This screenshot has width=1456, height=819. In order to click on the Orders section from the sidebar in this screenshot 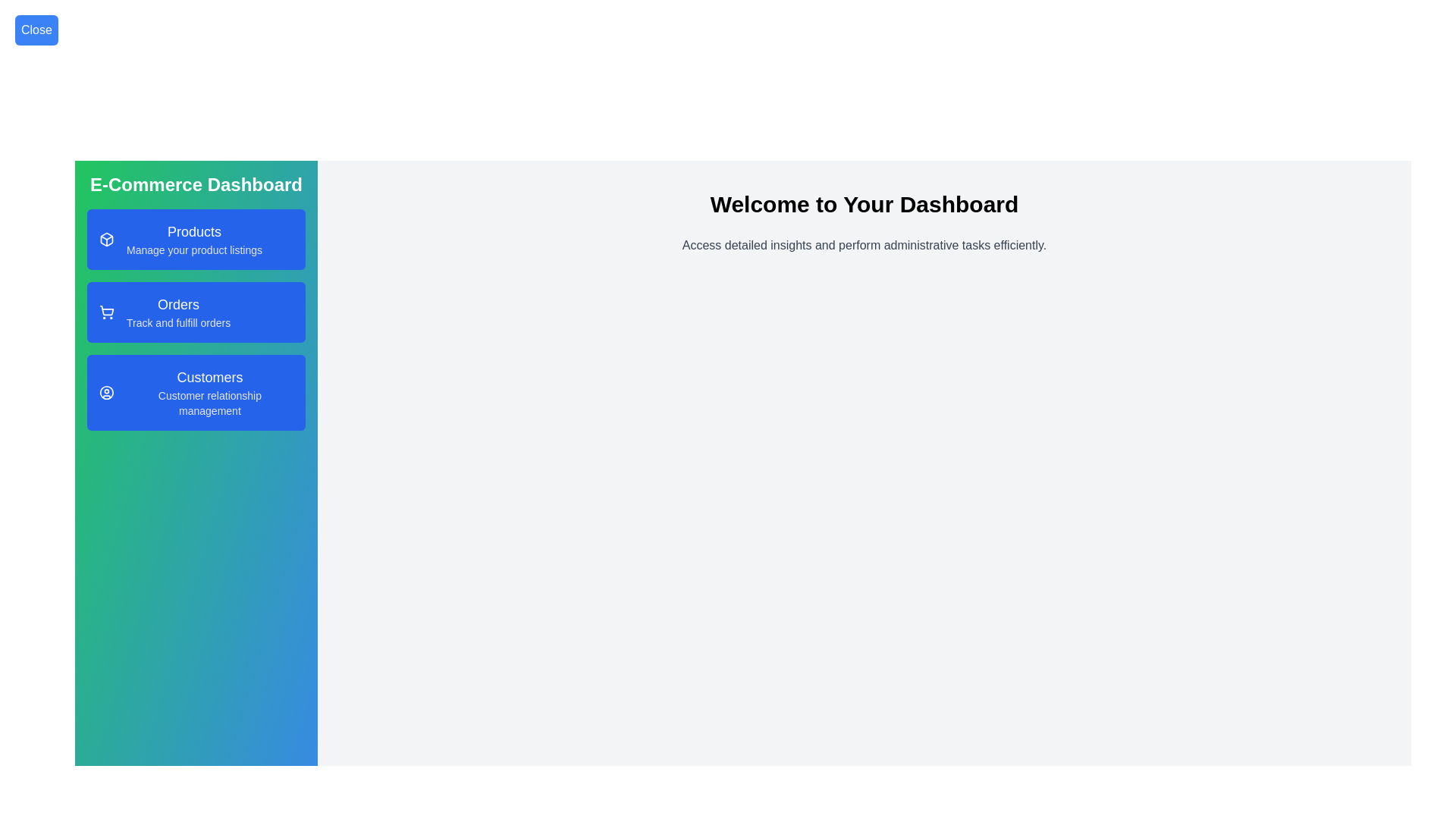, I will do `click(196, 312)`.